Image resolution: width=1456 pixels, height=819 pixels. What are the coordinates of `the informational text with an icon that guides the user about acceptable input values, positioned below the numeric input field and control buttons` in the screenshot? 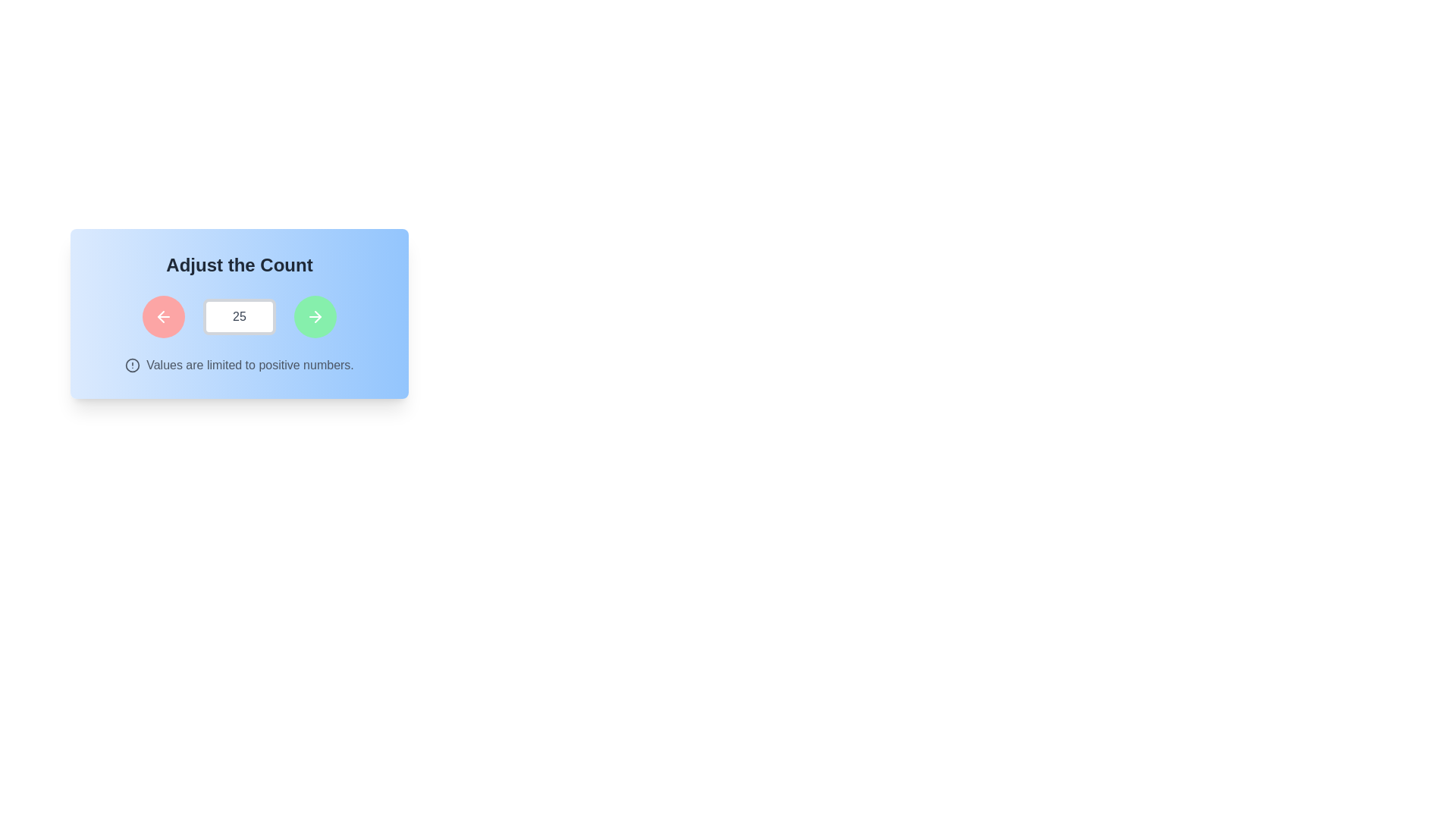 It's located at (239, 366).